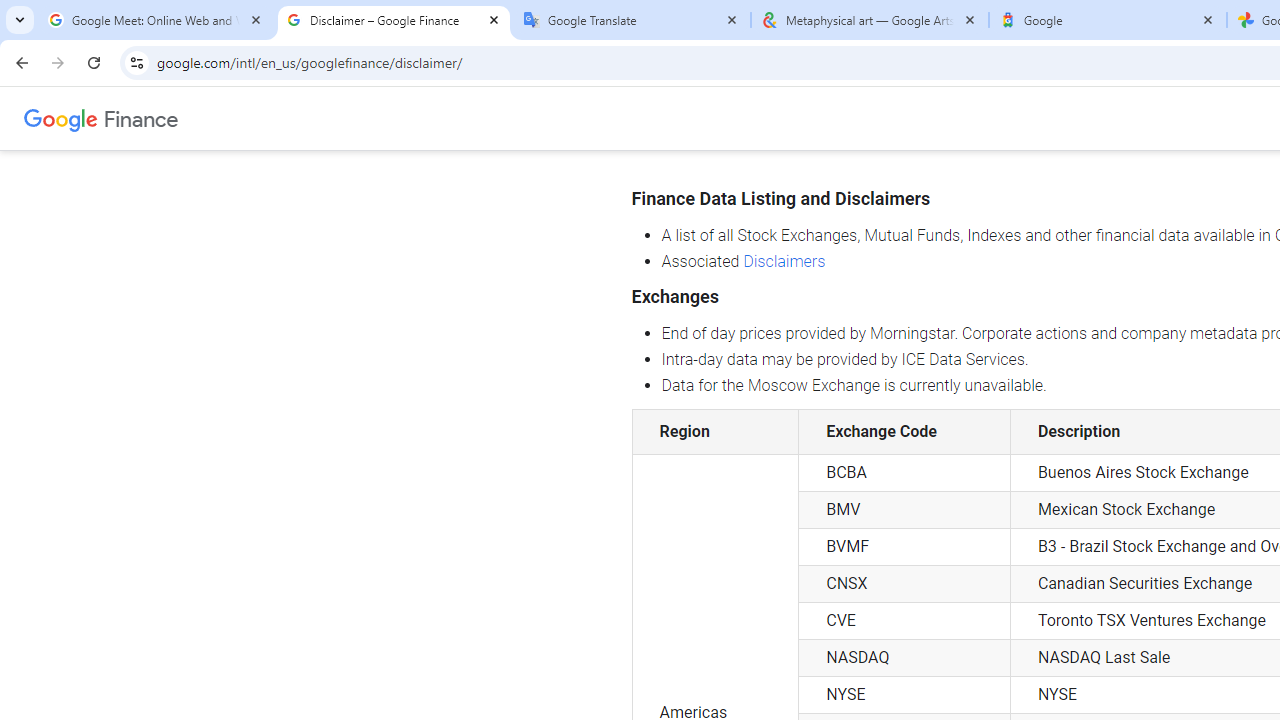 The width and height of the screenshot is (1280, 720). What do you see at coordinates (631, 20) in the screenshot?
I see `'Google Translate'` at bounding box center [631, 20].